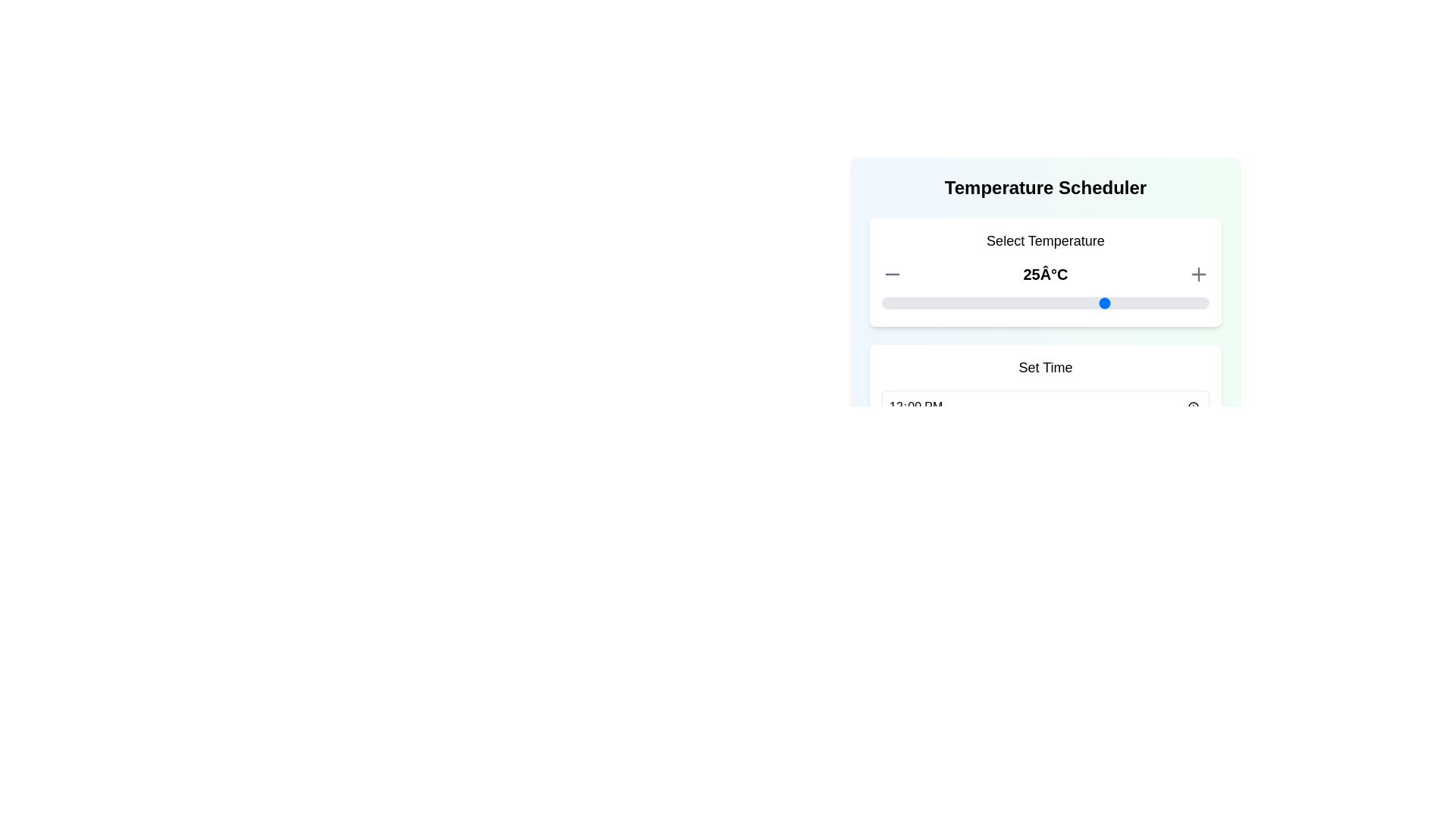 This screenshot has width=1456, height=819. What do you see at coordinates (1106, 303) in the screenshot?
I see `the temperature slider` at bounding box center [1106, 303].